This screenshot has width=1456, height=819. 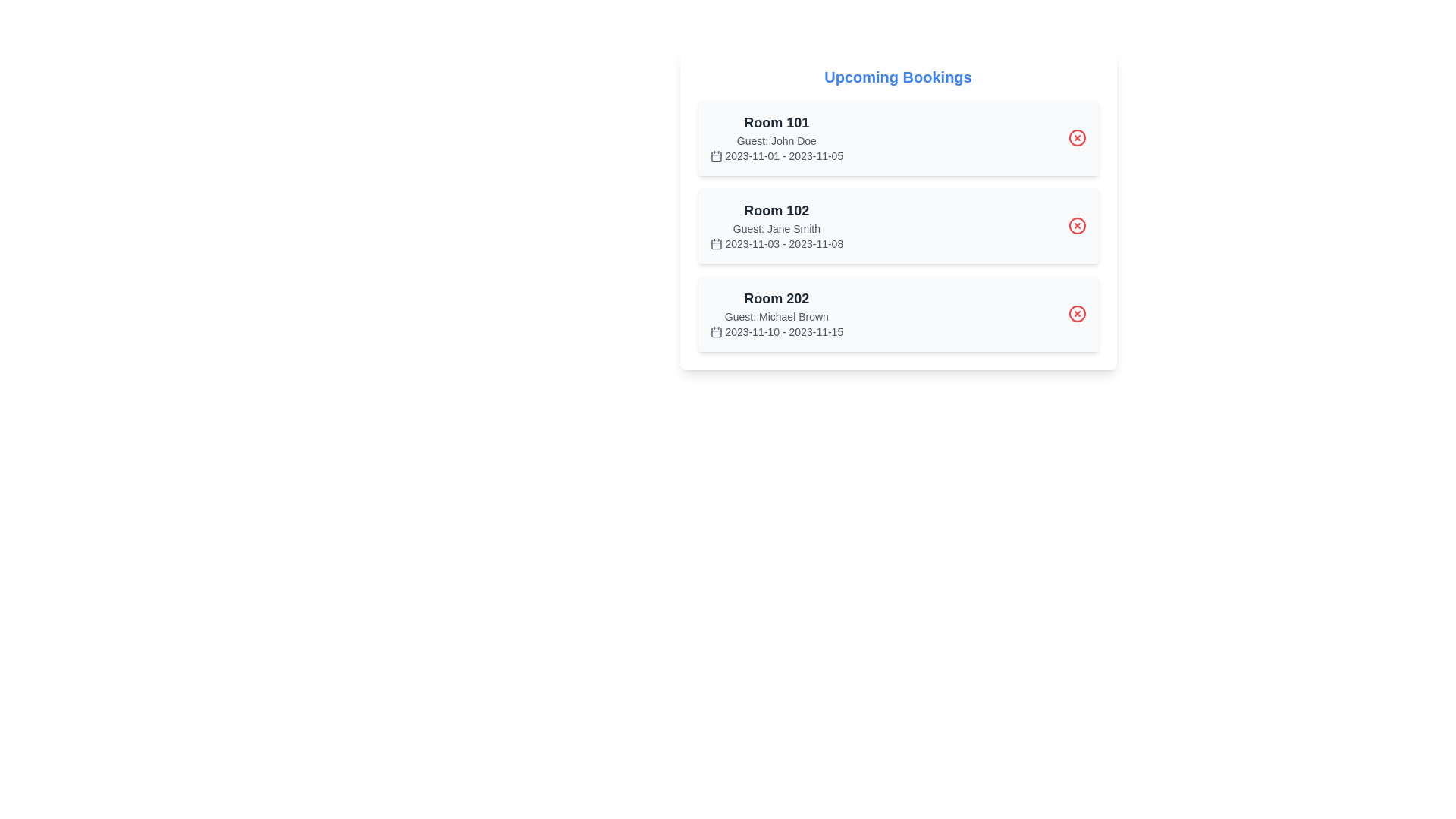 I want to click on the static text element displaying the booking date range for Room 101, which is located in the third row following the title and subtitle, and is aligned with the calendar icon, so click(x=777, y=155).